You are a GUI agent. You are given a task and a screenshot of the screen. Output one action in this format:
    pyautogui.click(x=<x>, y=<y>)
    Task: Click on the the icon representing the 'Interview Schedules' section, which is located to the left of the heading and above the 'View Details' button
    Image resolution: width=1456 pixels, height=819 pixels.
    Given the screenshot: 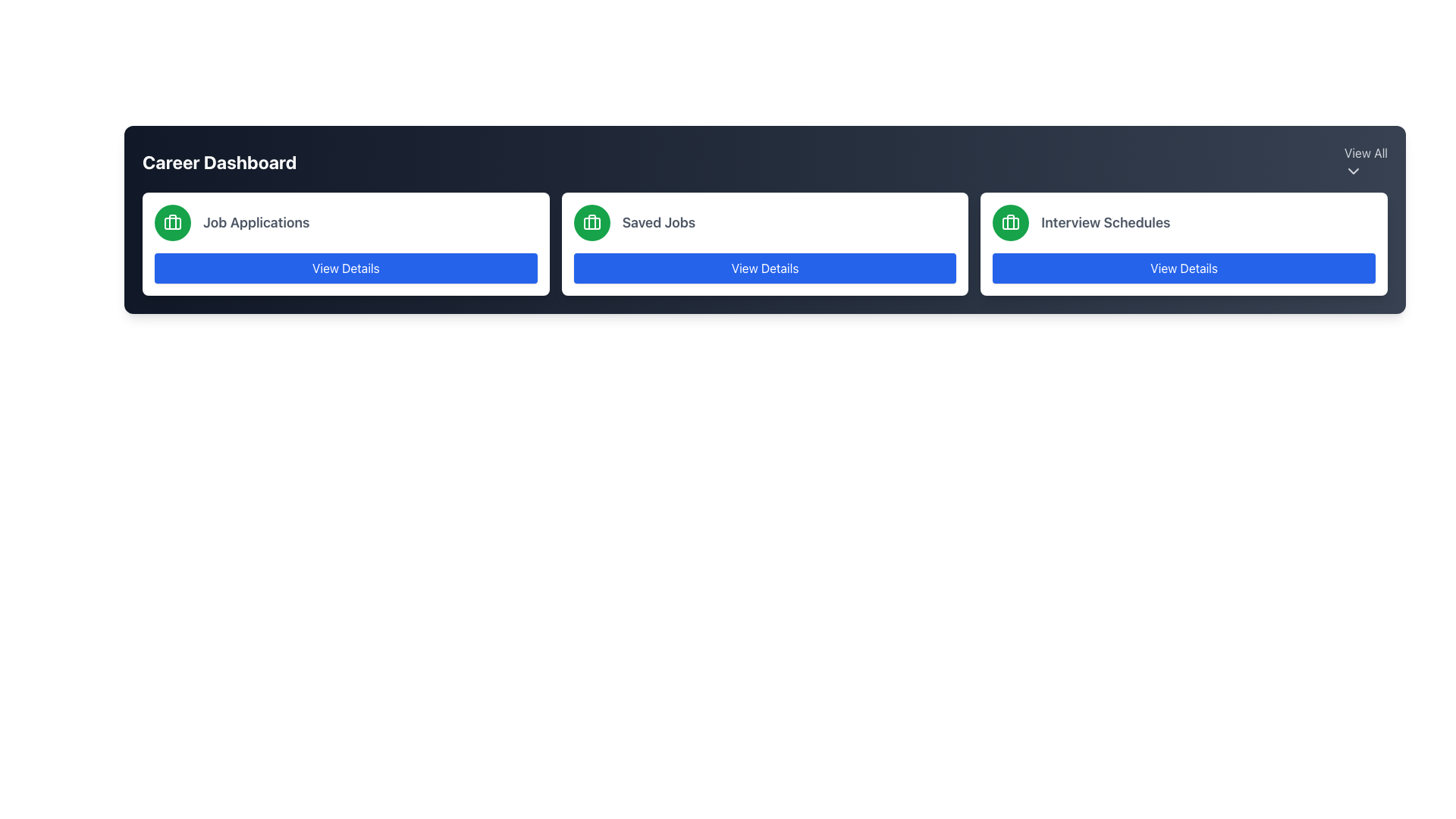 What is the action you would take?
    pyautogui.click(x=1011, y=222)
    